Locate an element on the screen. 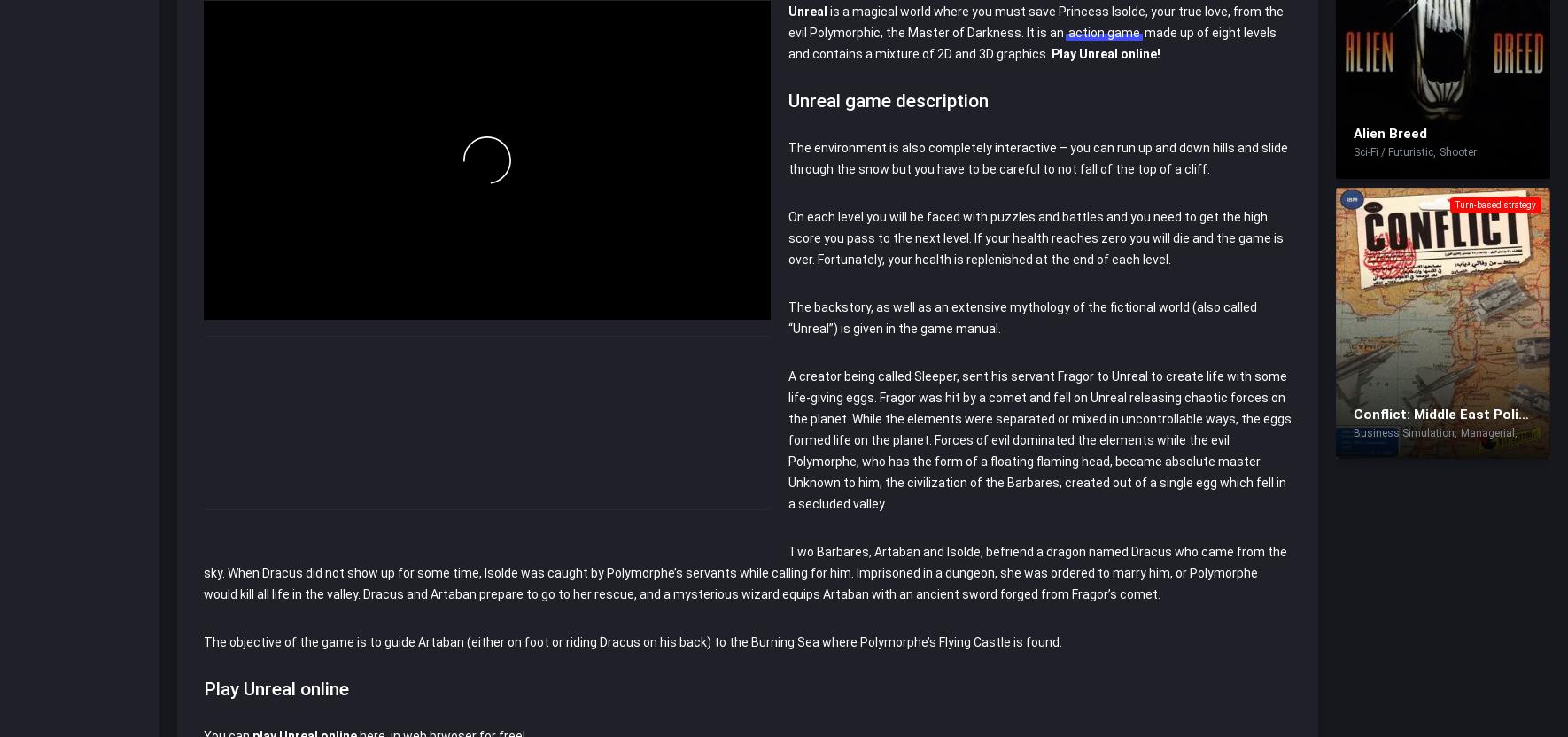  'The environment is also completely interactive – you can run up and down hills and slide through the snow but you have to be careful to not fall of the top of a cliff.' is located at coordinates (1037, 156).